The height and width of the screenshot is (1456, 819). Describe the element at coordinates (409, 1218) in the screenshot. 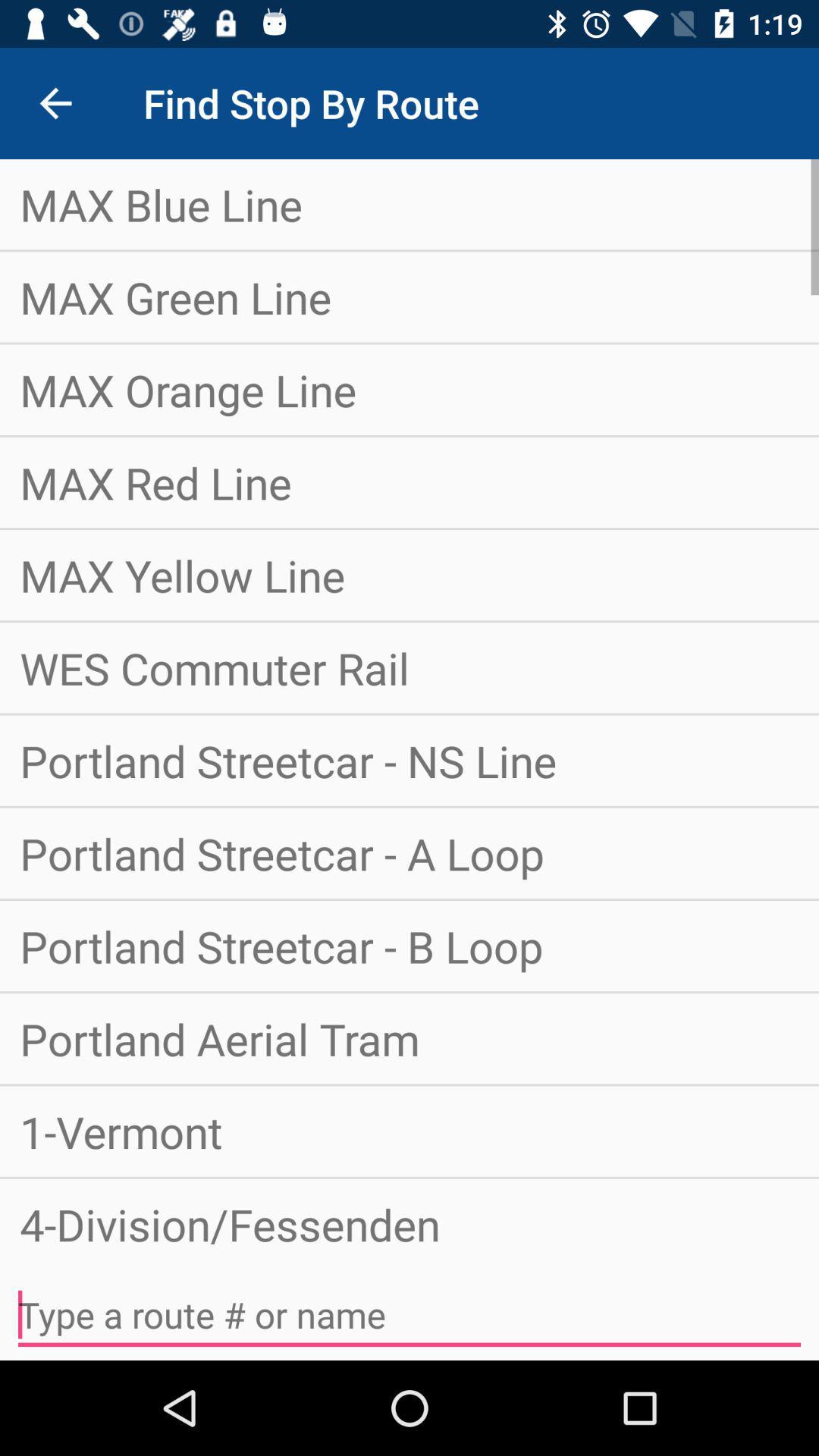

I see `the 4-division/fessenden item` at that location.